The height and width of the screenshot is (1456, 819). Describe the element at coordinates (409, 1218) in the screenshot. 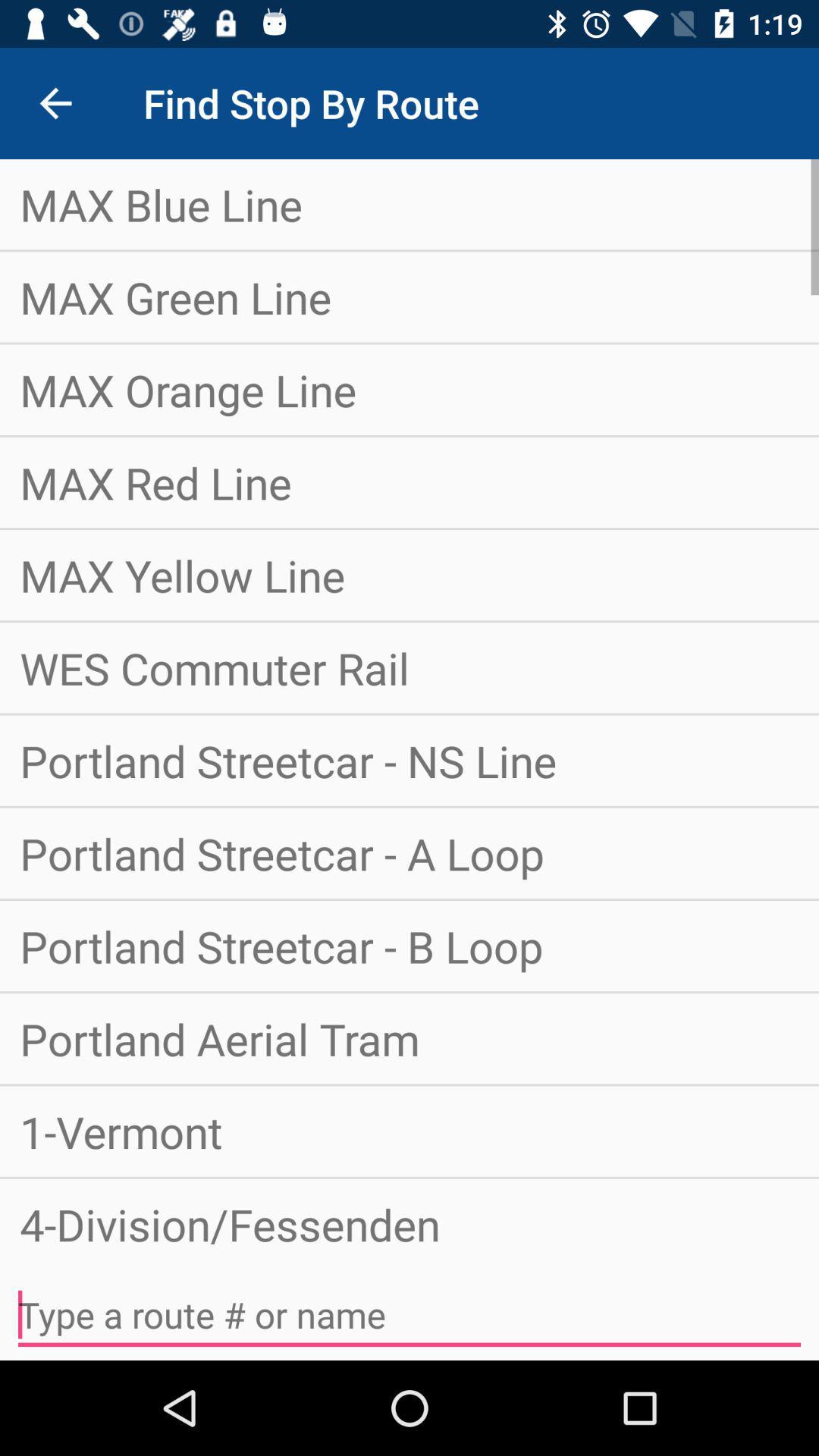

I see `the 4-division/fessenden item` at that location.